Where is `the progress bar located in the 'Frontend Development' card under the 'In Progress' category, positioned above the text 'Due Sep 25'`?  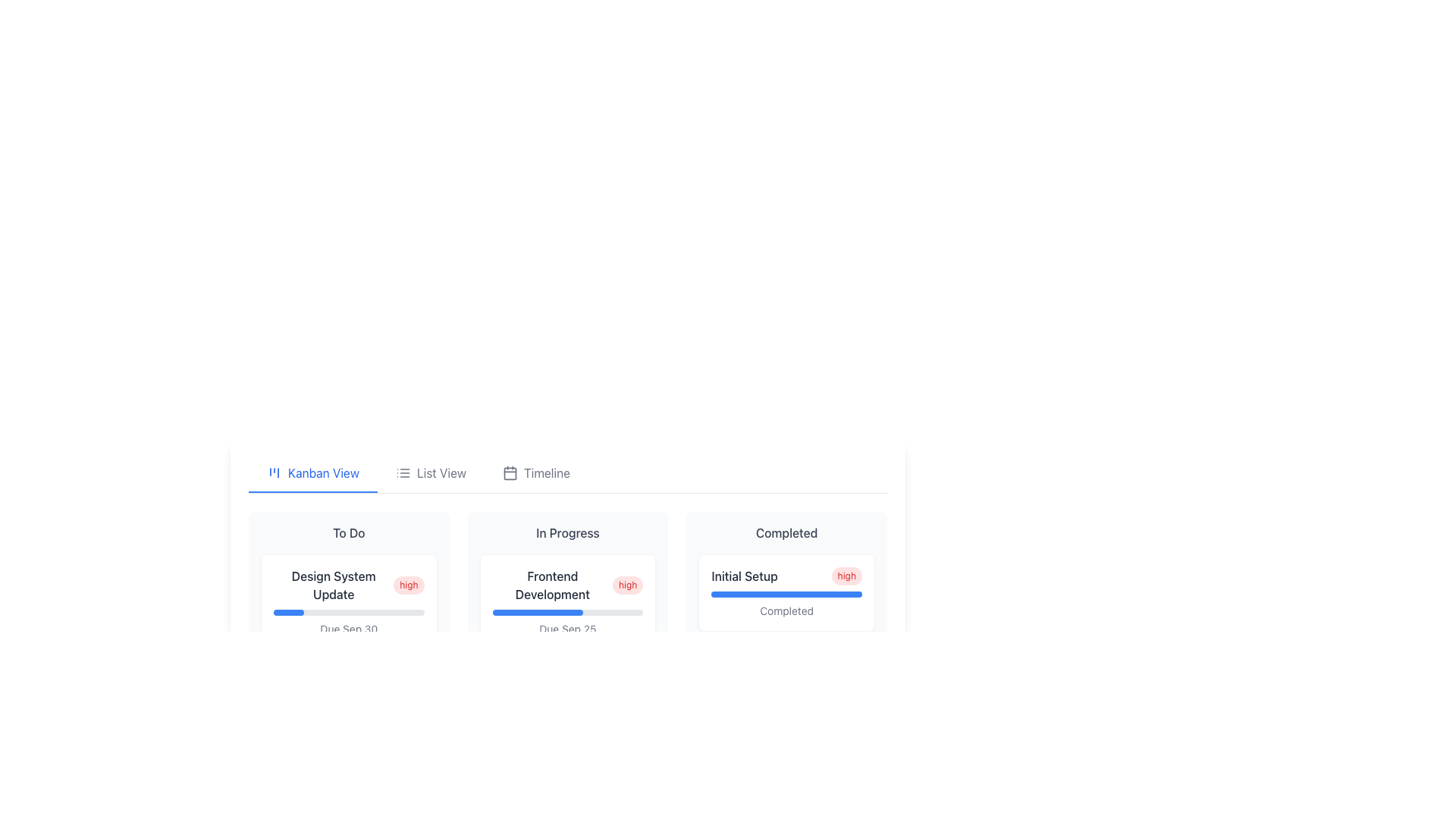
the progress bar located in the 'Frontend Development' card under the 'In Progress' category, positioned above the text 'Due Sep 25' is located at coordinates (538, 611).